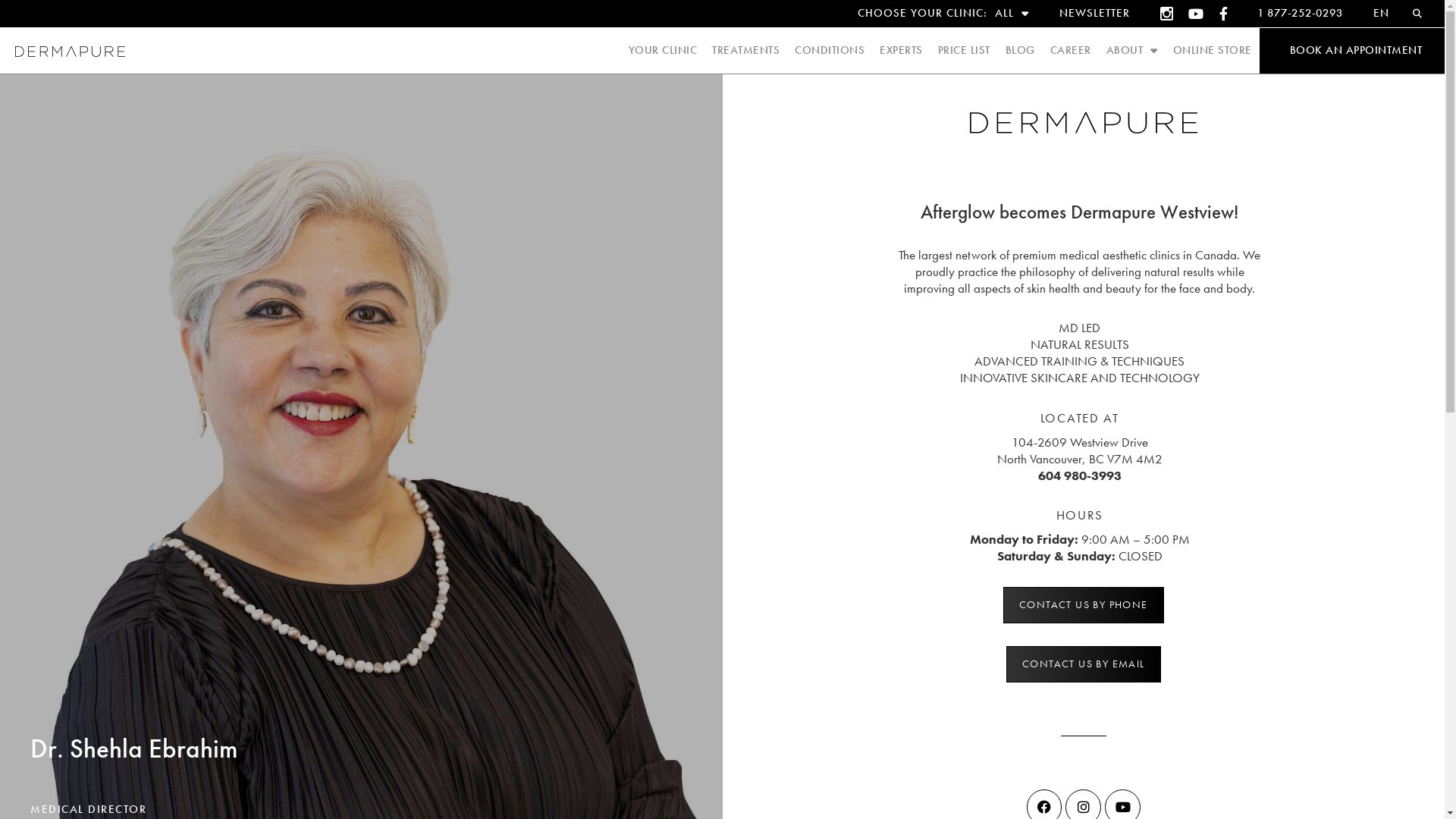  I want to click on 'BLOG', so click(1020, 49).